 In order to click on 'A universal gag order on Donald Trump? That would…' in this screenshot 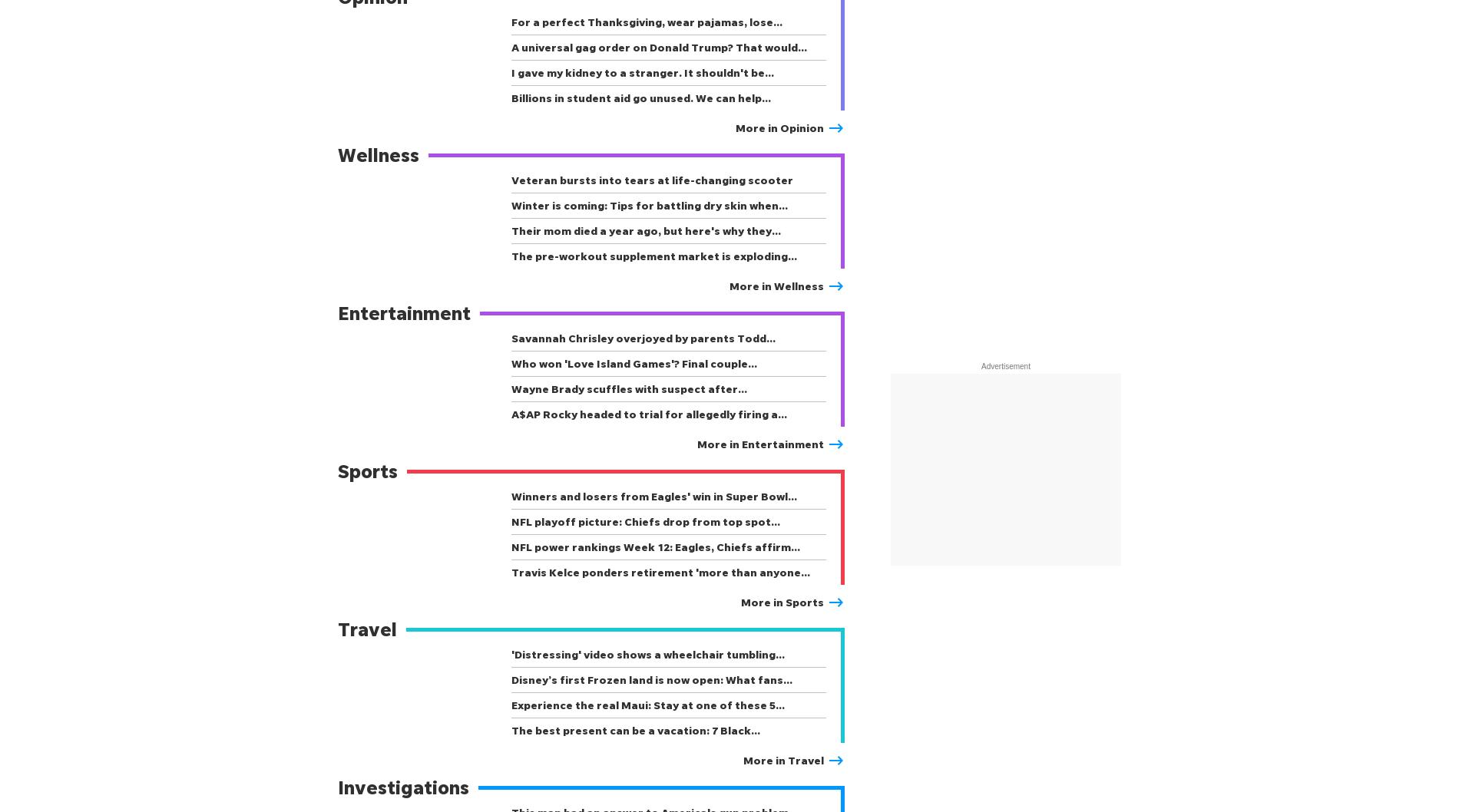, I will do `click(511, 47)`.